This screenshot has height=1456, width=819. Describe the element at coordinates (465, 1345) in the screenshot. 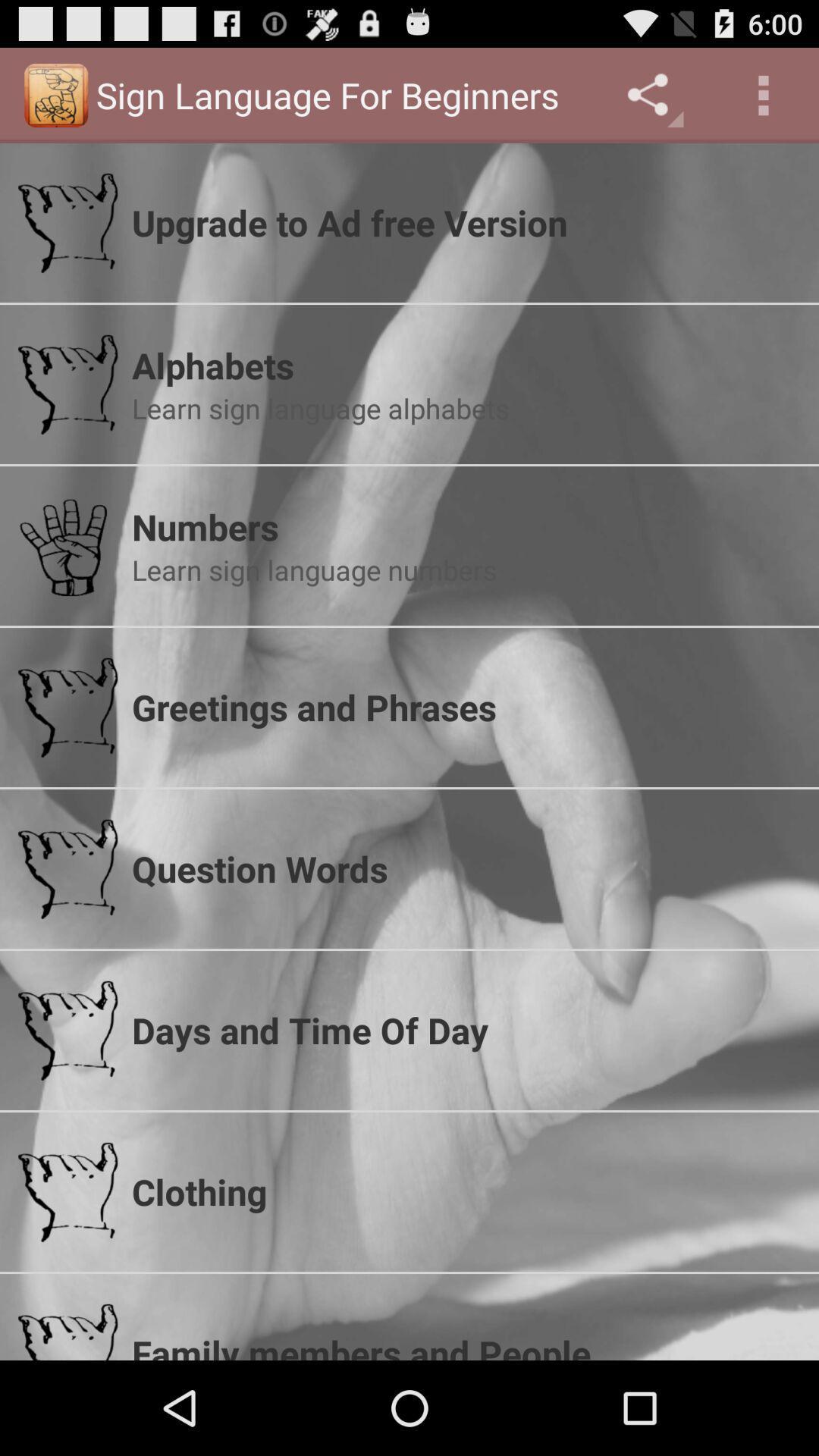

I see `the family members and app` at that location.